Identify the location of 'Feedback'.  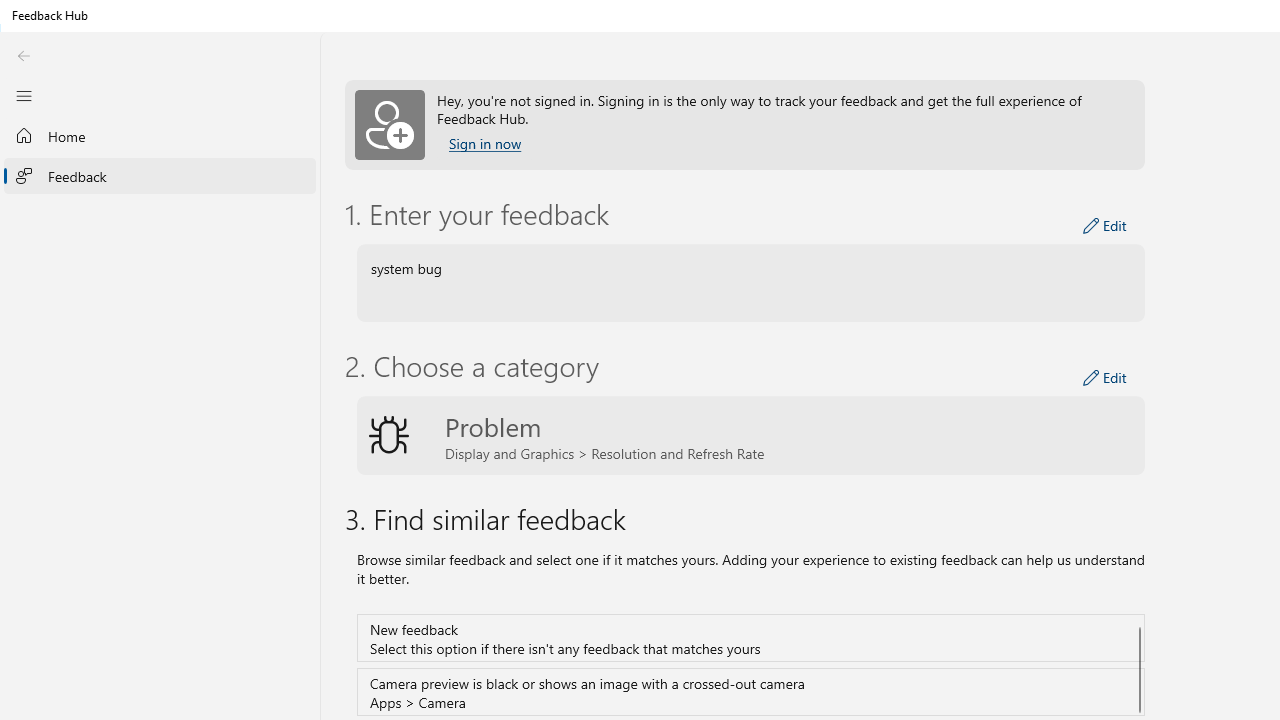
(160, 174).